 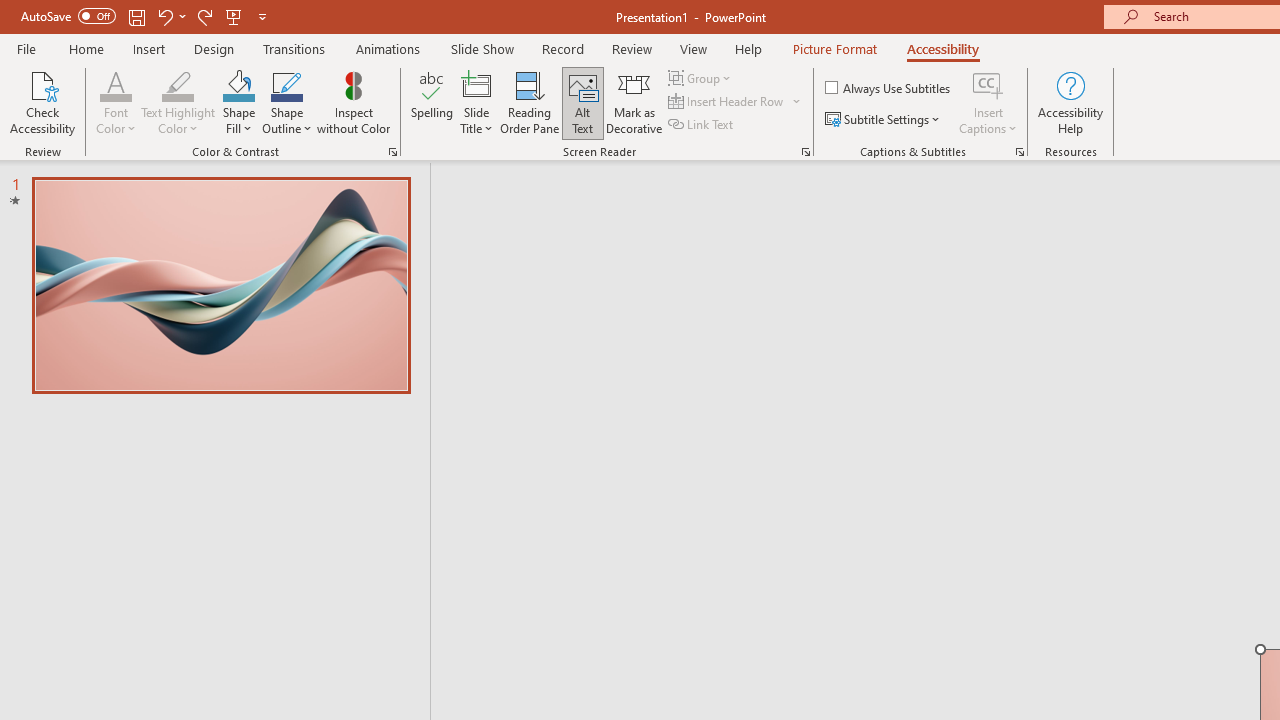 What do you see at coordinates (392, 150) in the screenshot?
I see `'Color & Contrast'` at bounding box center [392, 150].